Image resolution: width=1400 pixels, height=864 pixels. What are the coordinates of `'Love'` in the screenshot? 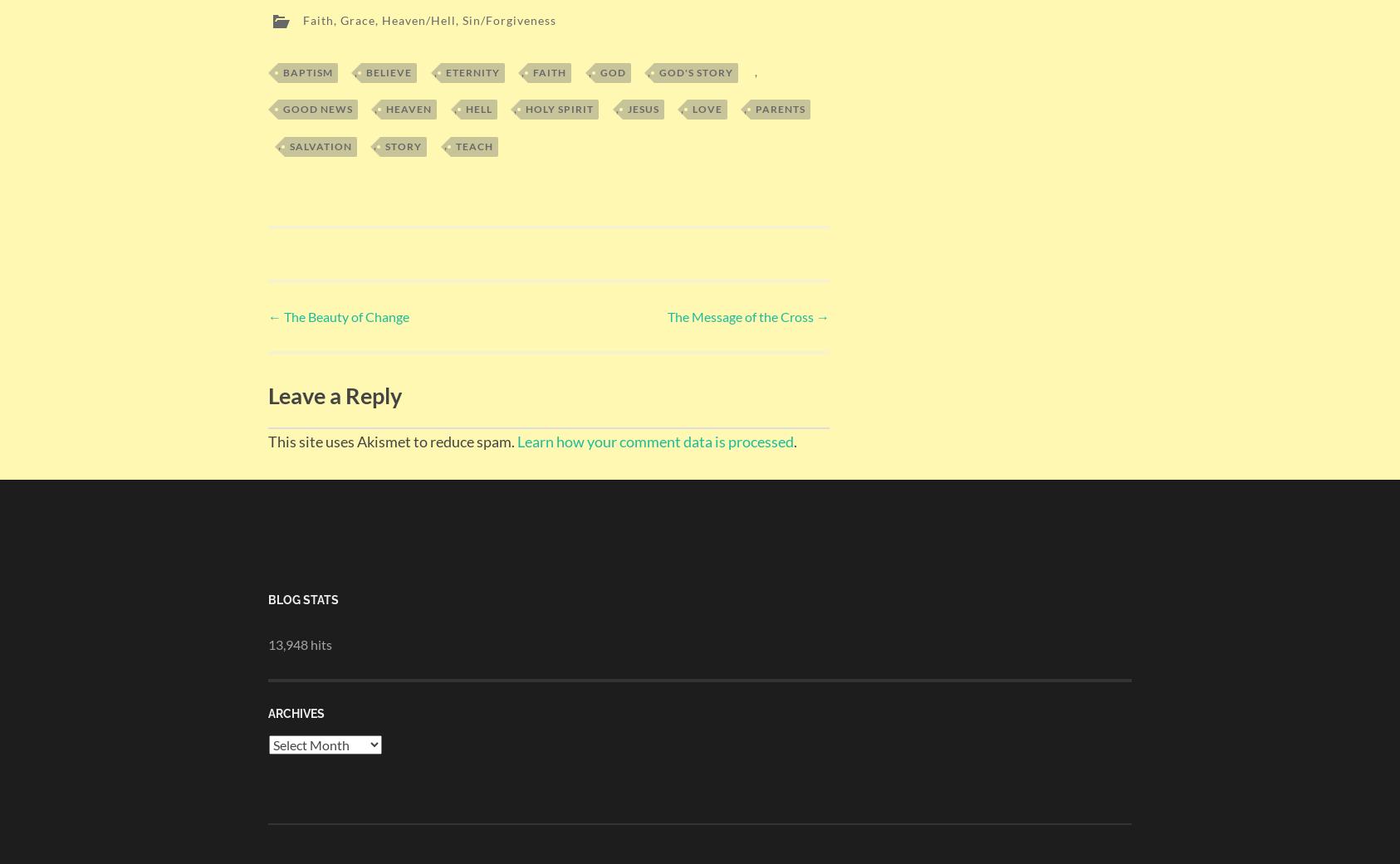 It's located at (705, 105).